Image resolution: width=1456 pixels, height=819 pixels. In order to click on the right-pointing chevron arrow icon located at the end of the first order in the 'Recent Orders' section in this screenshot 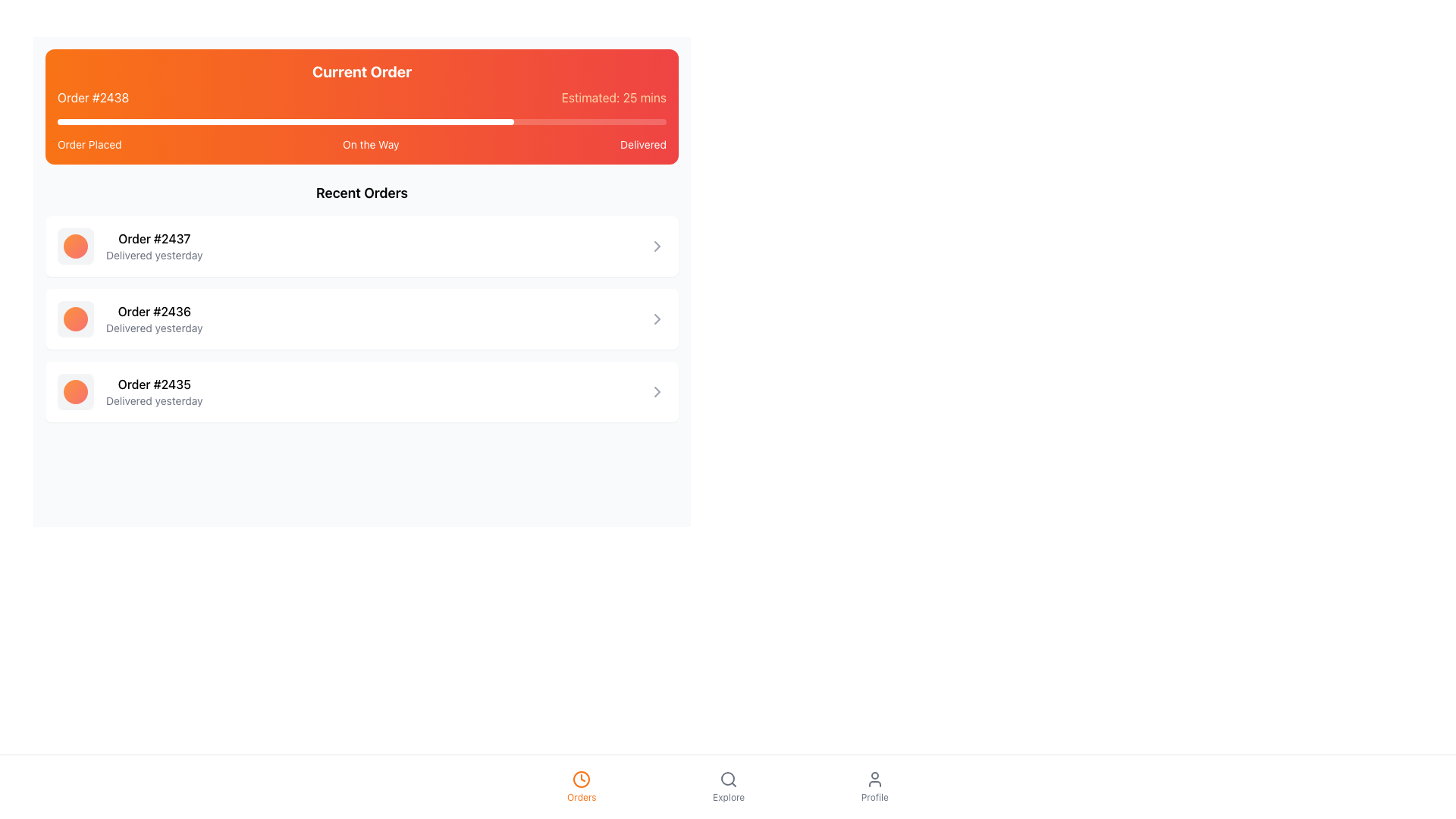, I will do `click(657, 245)`.